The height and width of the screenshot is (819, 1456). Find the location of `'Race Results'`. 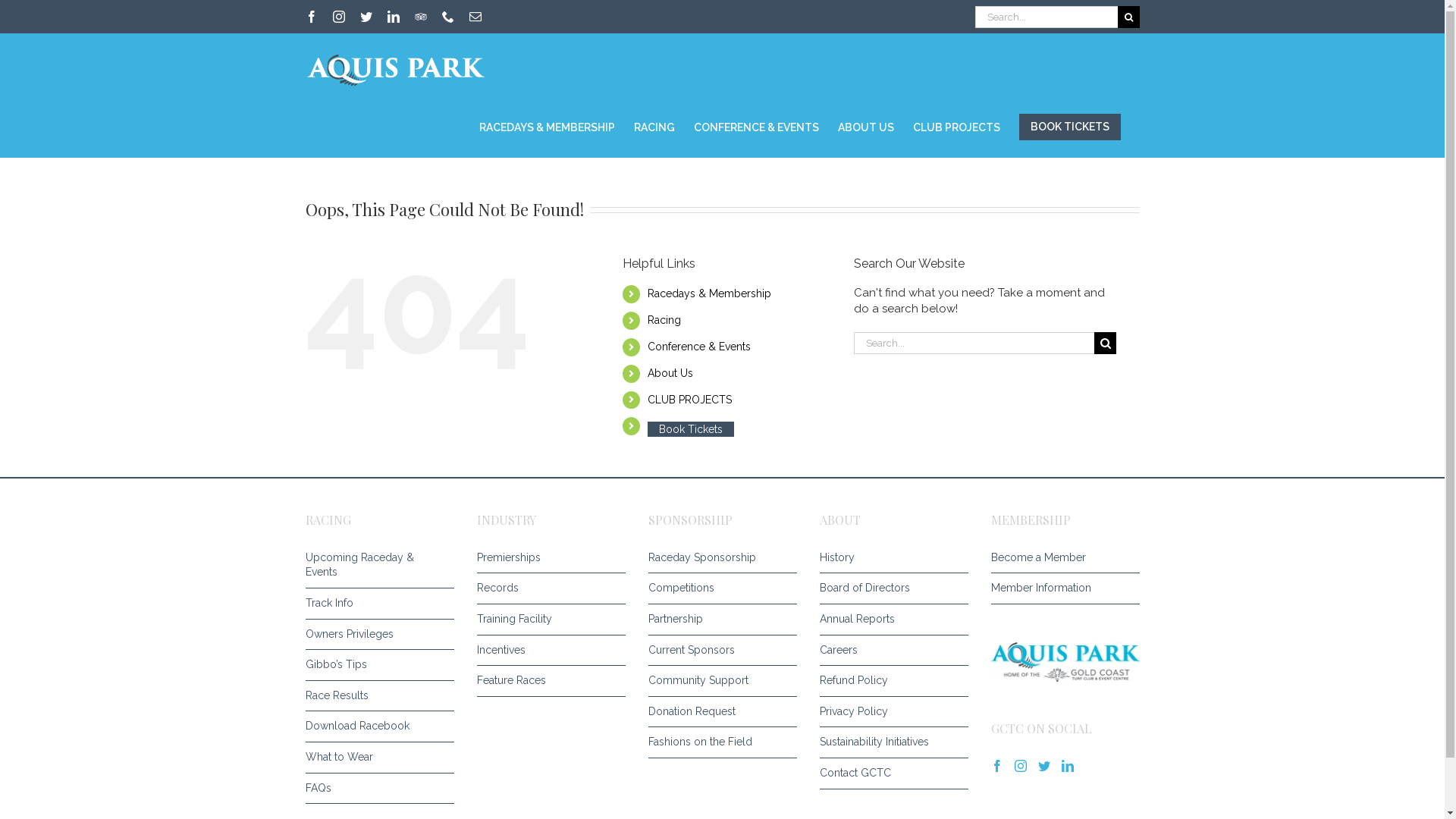

'Race Results' is located at coordinates (304, 696).